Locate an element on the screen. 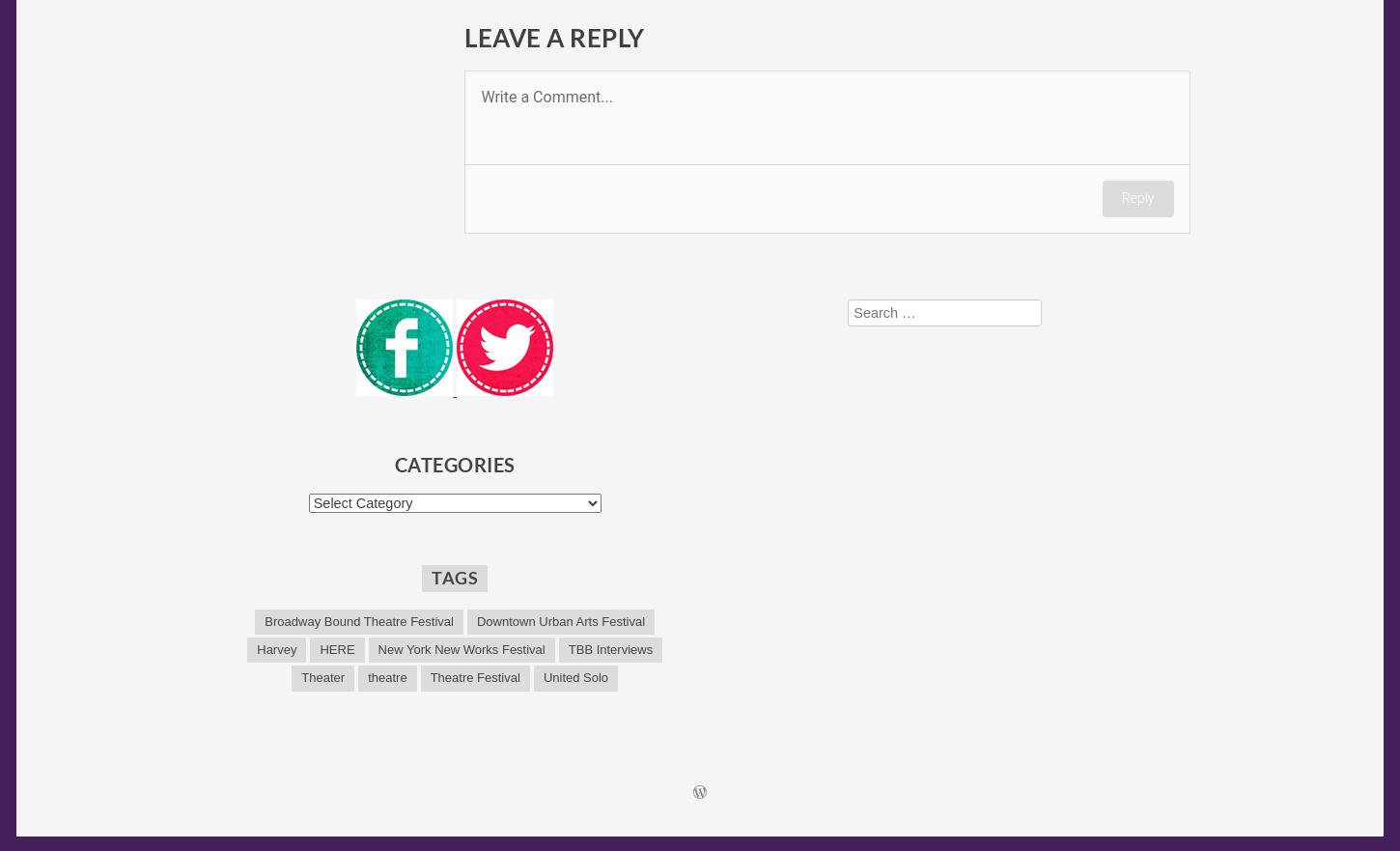 The height and width of the screenshot is (851, 1400). 'Downtown Urban Arts Festival' is located at coordinates (476, 620).